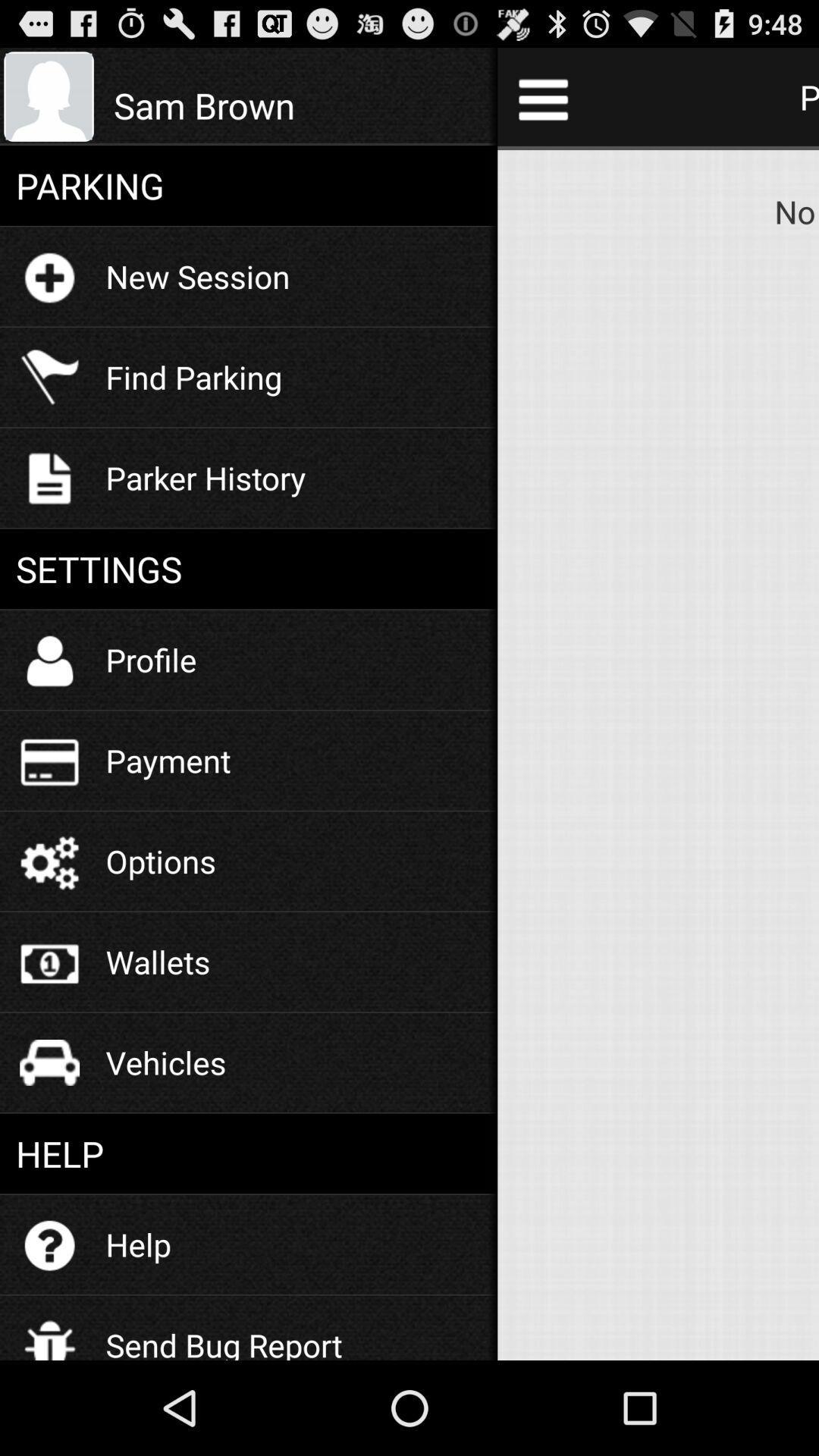 This screenshot has height=1456, width=819. I want to click on the icon above parker history item, so click(193, 377).